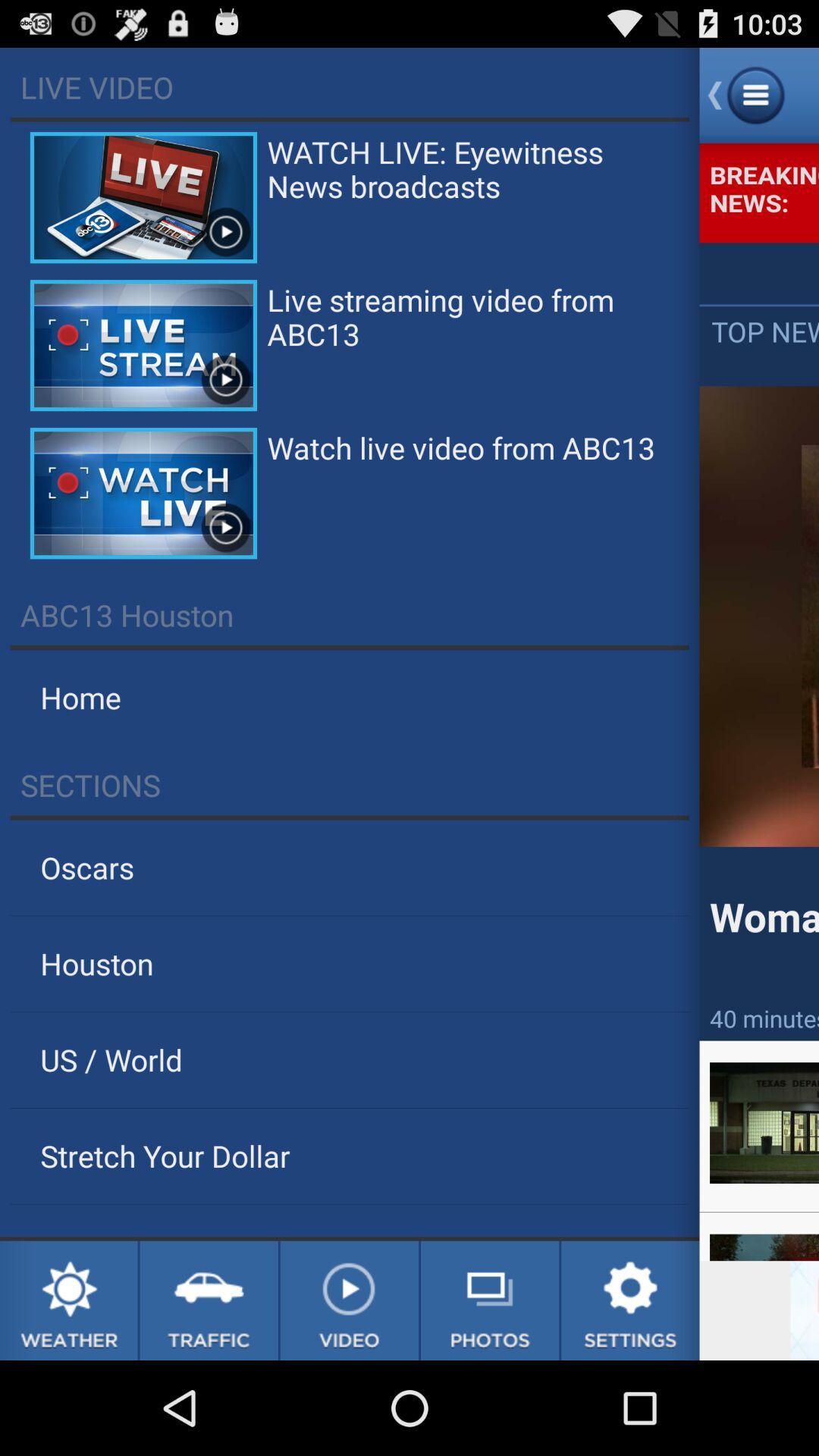 The height and width of the screenshot is (1456, 819). What do you see at coordinates (143, 196) in the screenshot?
I see `the first video of the page` at bounding box center [143, 196].